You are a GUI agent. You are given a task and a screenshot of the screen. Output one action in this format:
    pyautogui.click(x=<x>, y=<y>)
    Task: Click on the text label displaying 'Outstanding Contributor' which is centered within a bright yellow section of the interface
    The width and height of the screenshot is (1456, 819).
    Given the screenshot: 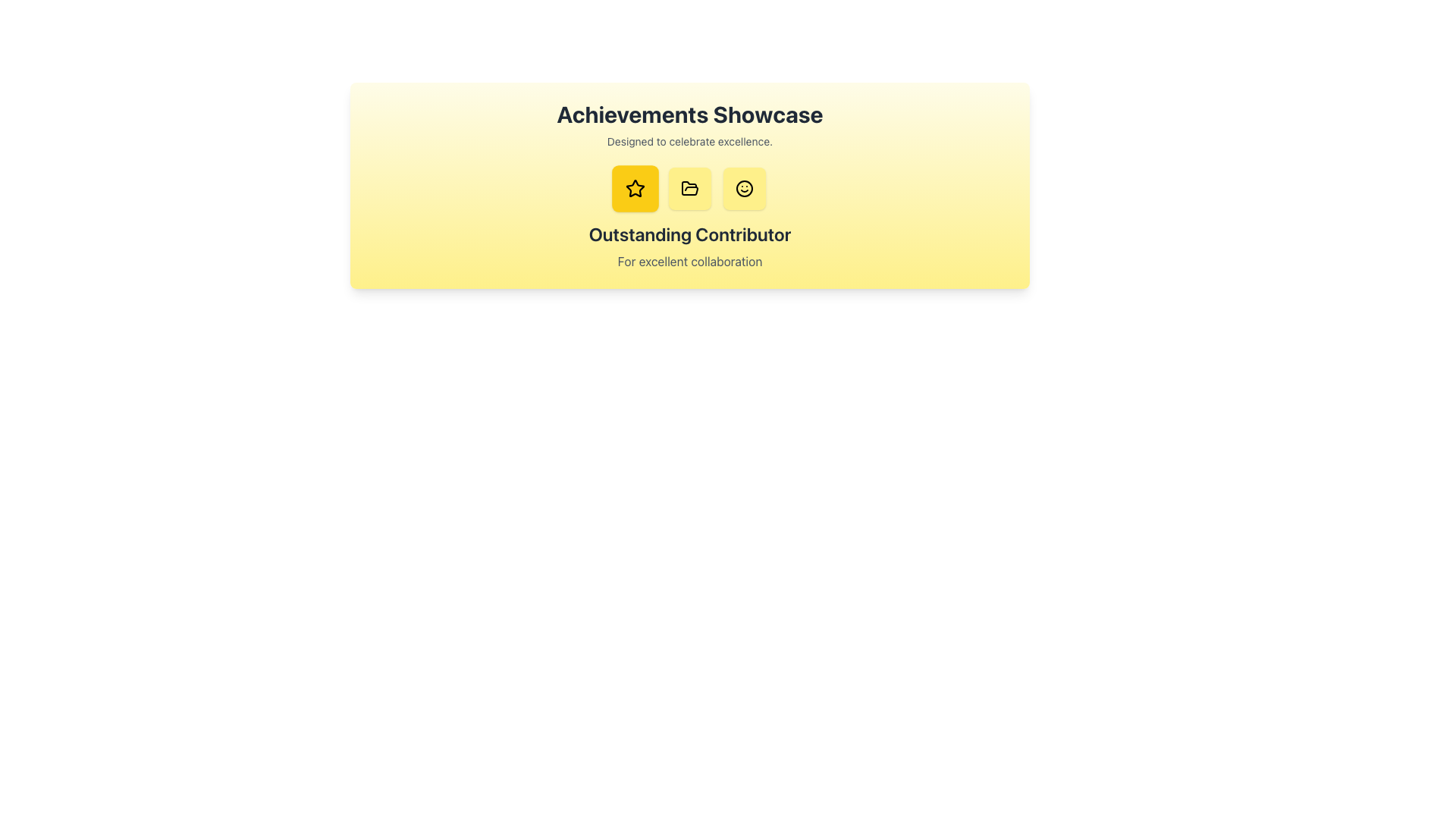 What is the action you would take?
    pyautogui.click(x=689, y=234)
    